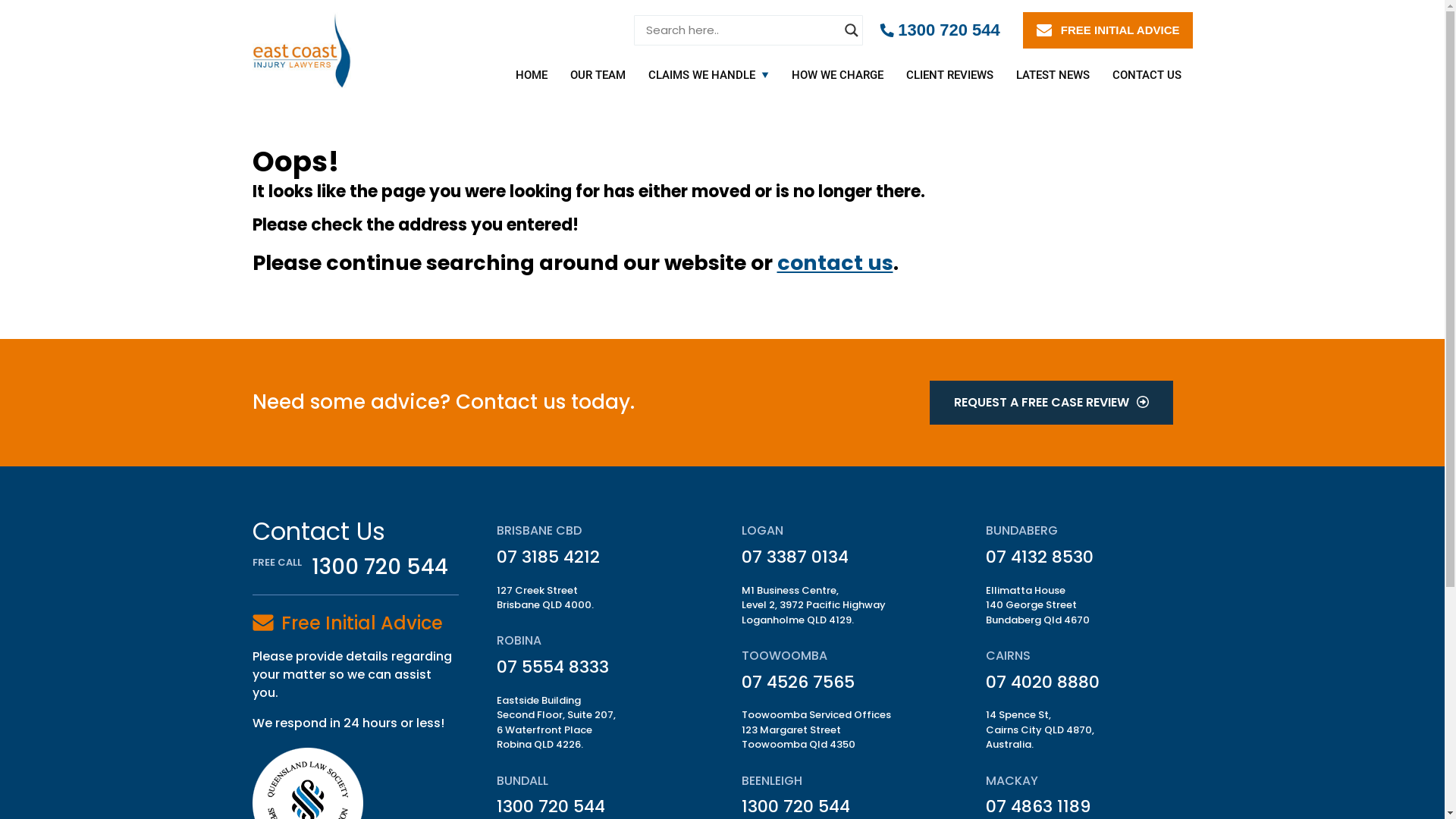 The width and height of the screenshot is (1456, 819). What do you see at coordinates (1041, 681) in the screenshot?
I see `'07 4020 8880'` at bounding box center [1041, 681].